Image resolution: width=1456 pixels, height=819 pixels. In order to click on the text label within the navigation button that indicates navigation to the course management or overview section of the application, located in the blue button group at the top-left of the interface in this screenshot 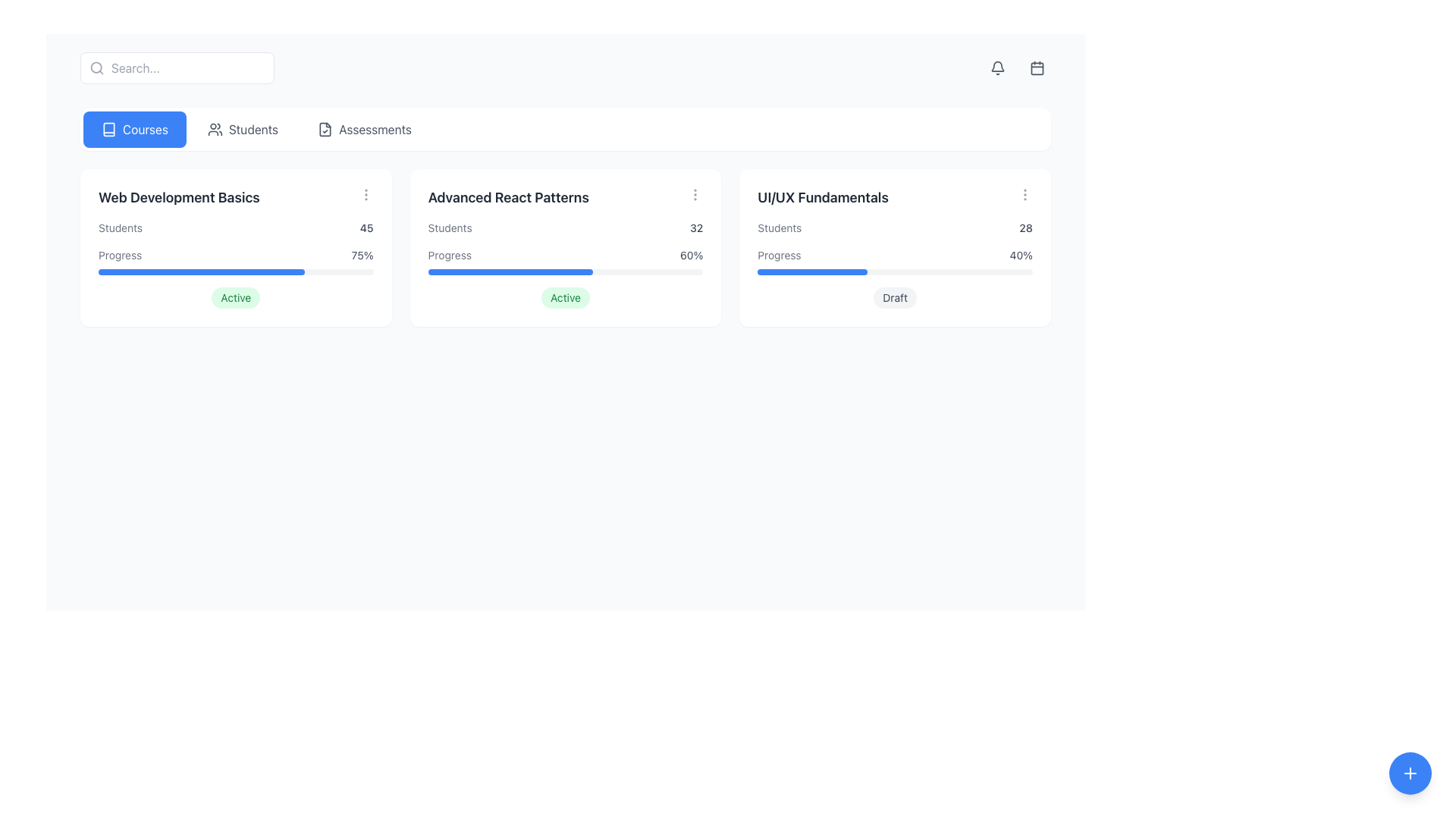, I will do `click(146, 128)`.